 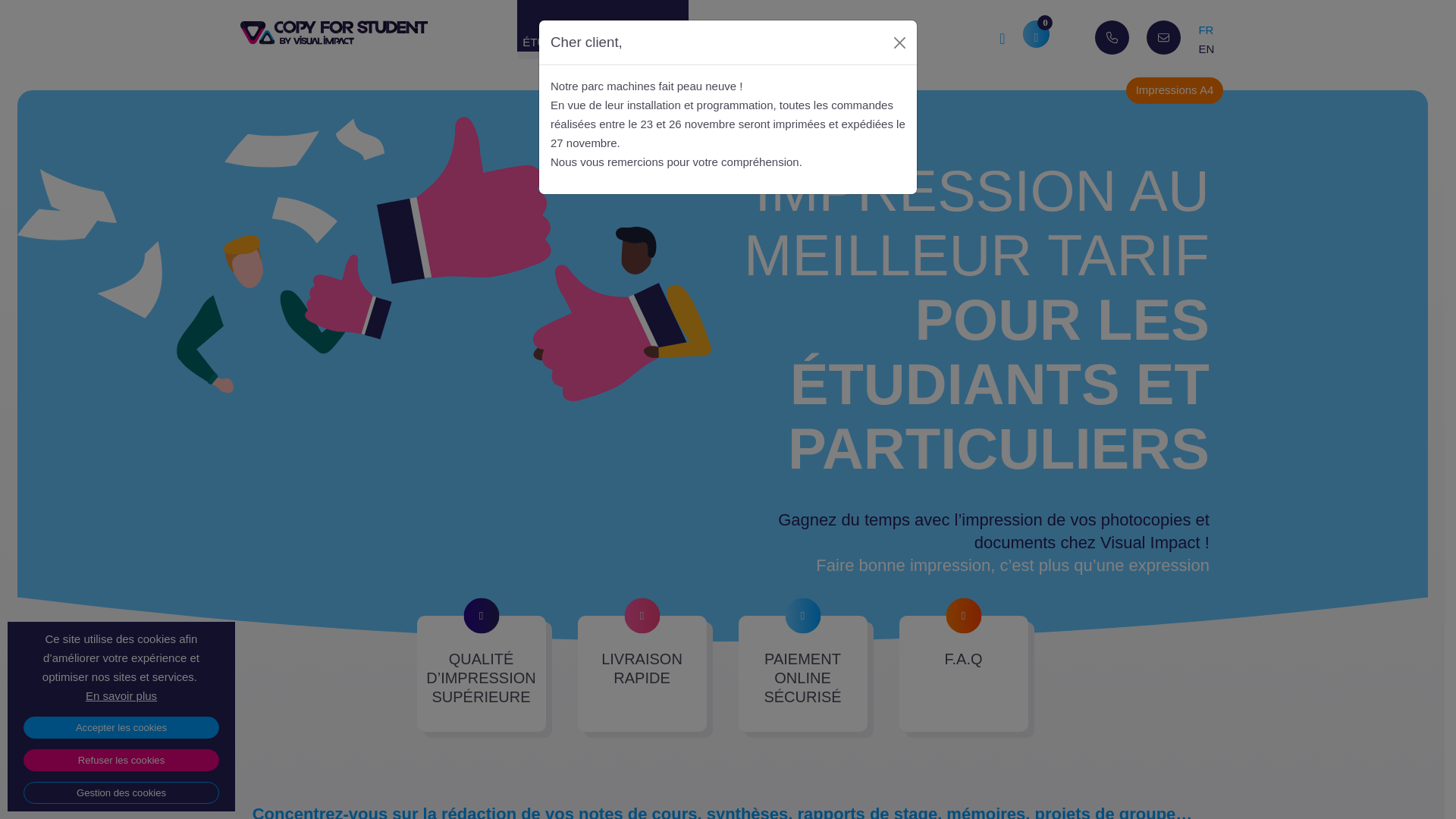 I want to click on 'Impressions A4', so click(x=1125, y=90).